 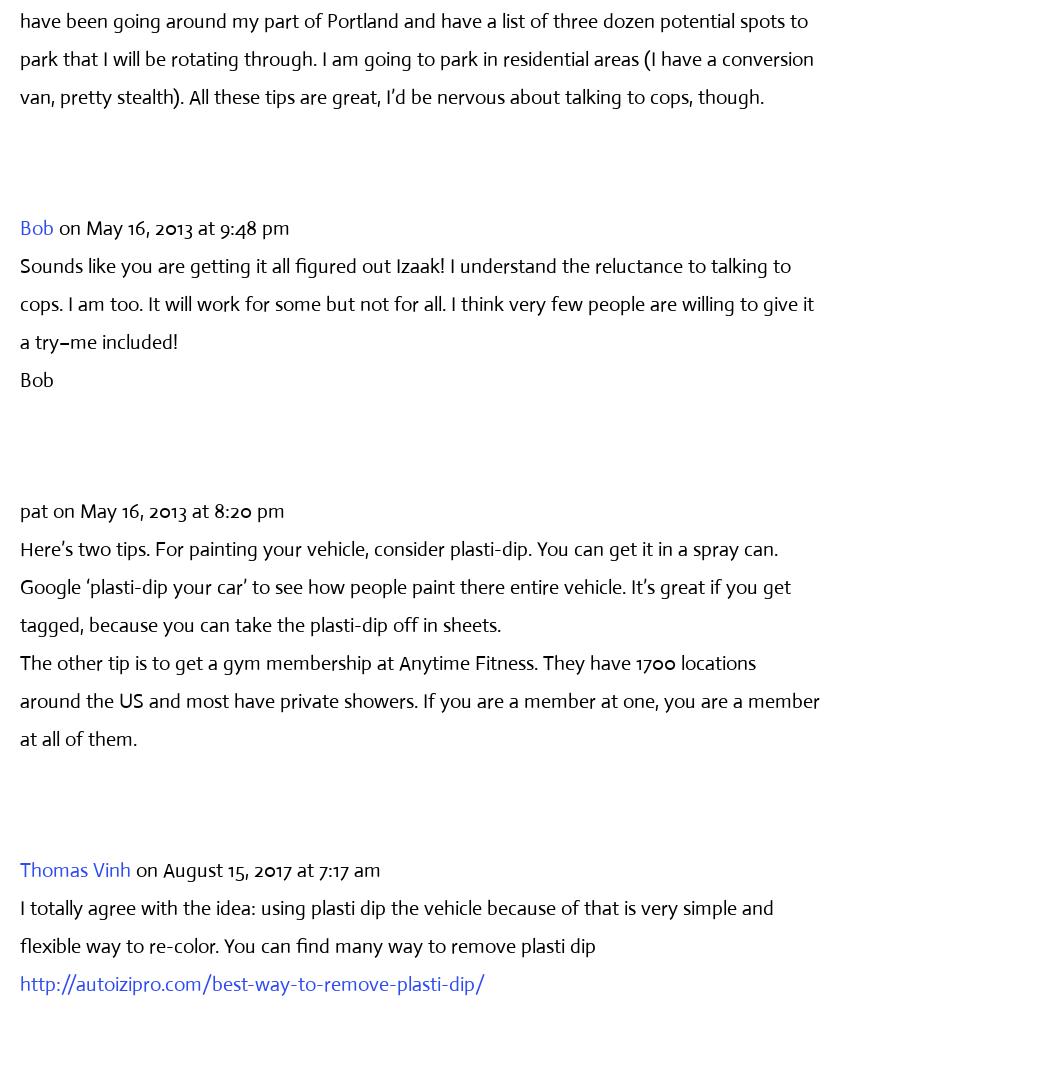 I want to click on 'on May 16, 2013 at 9:48 pm', so click(x=58, y=226).